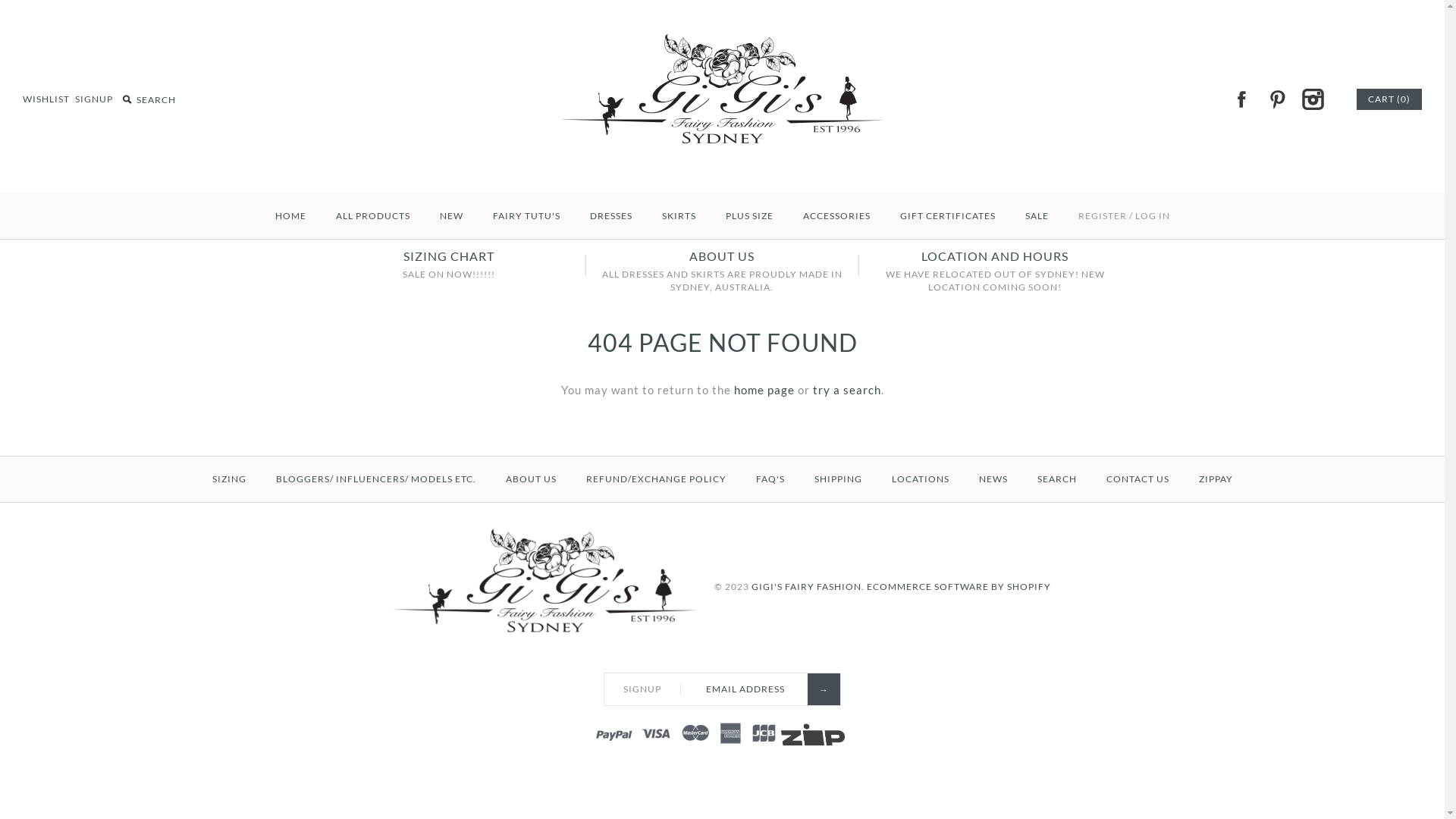  I want to click on 'FAQ'S', so click(742, 479).